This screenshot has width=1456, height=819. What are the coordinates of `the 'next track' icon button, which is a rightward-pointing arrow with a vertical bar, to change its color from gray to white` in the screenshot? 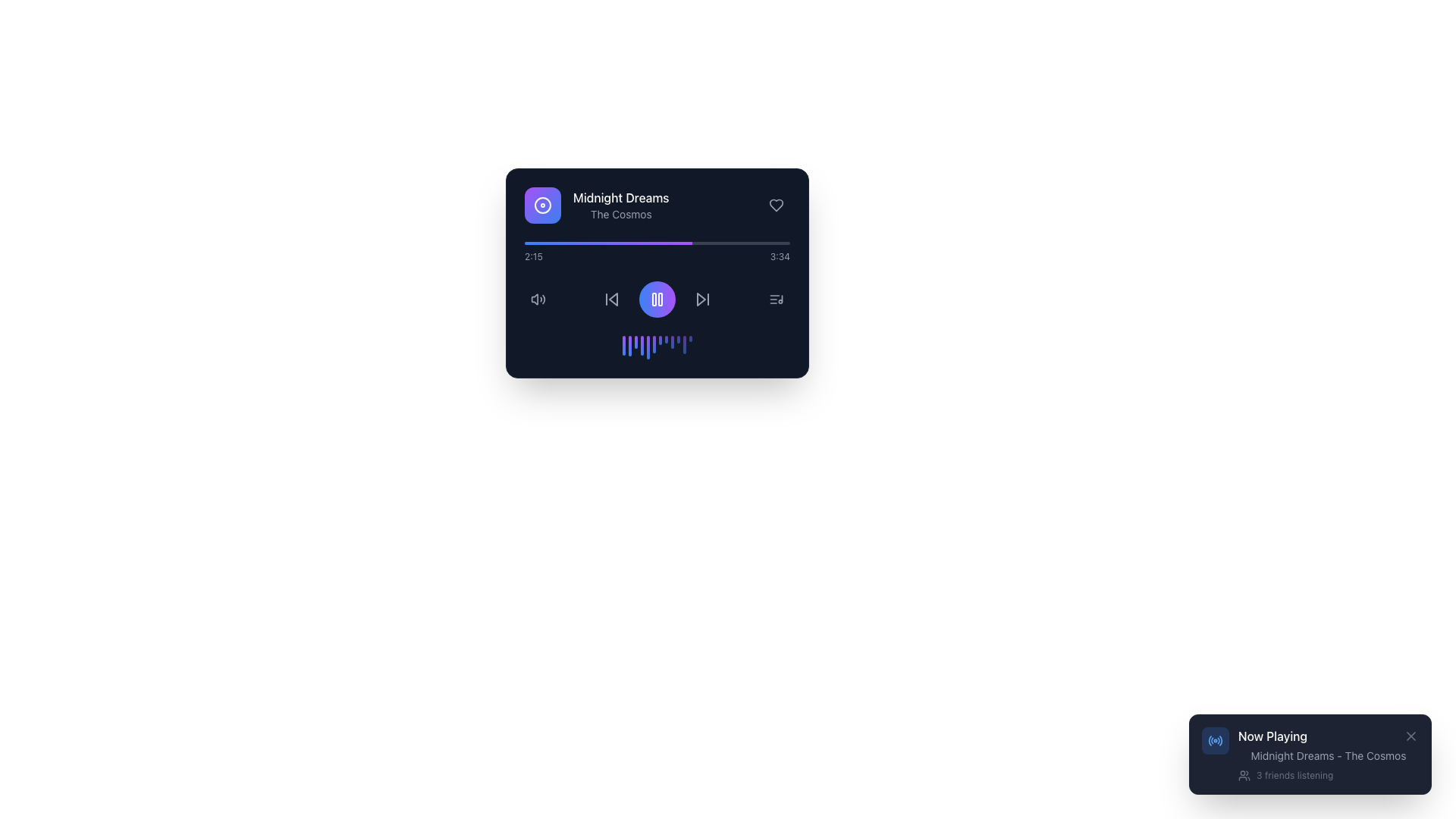 It's located at (701, 299).